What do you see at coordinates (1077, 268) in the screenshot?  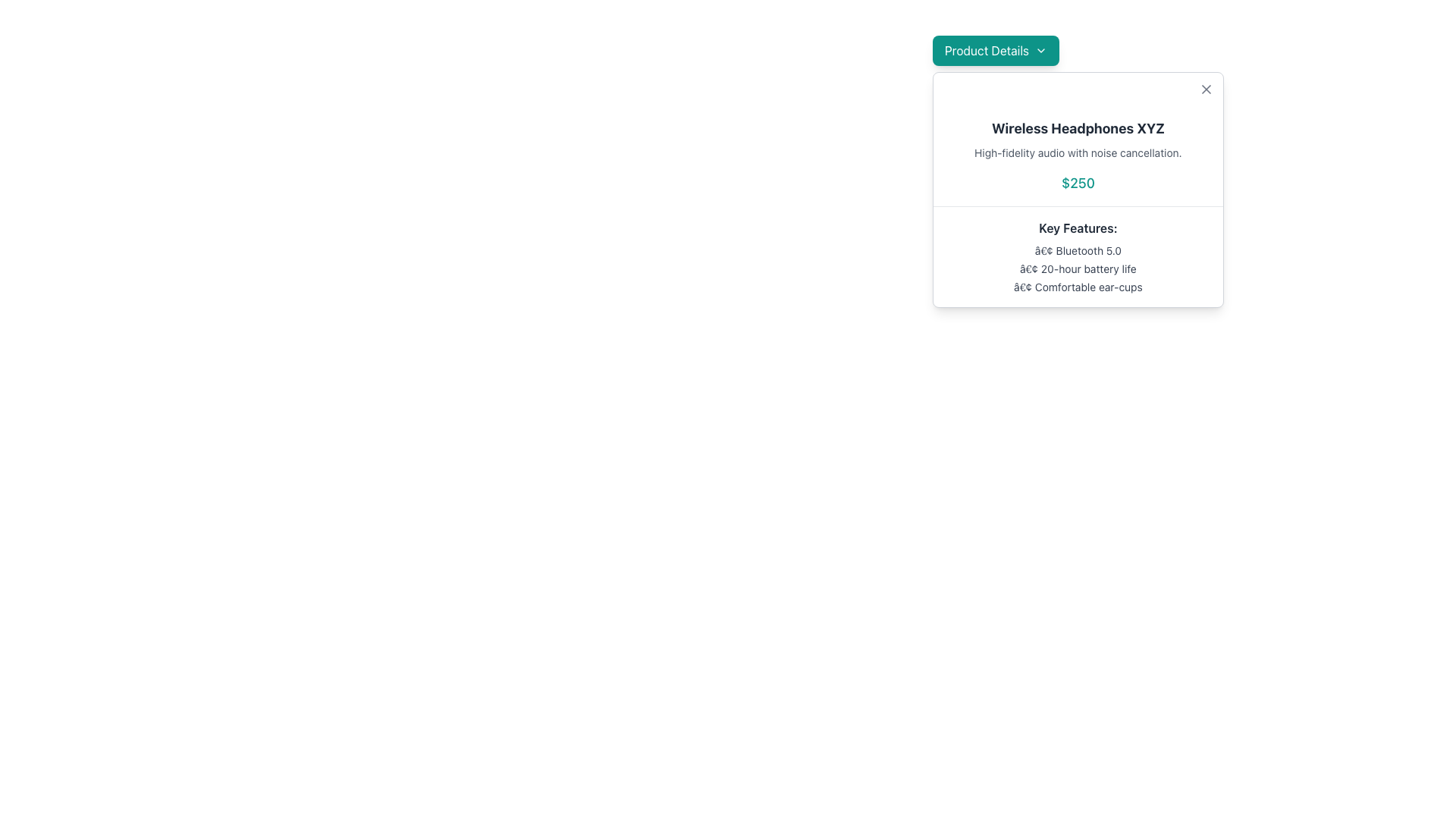 I see `the text label displaying '• 20-hour battery life', which is the second item in a bulleted list located within a modal or card component` at bounding box center [1077, 268].